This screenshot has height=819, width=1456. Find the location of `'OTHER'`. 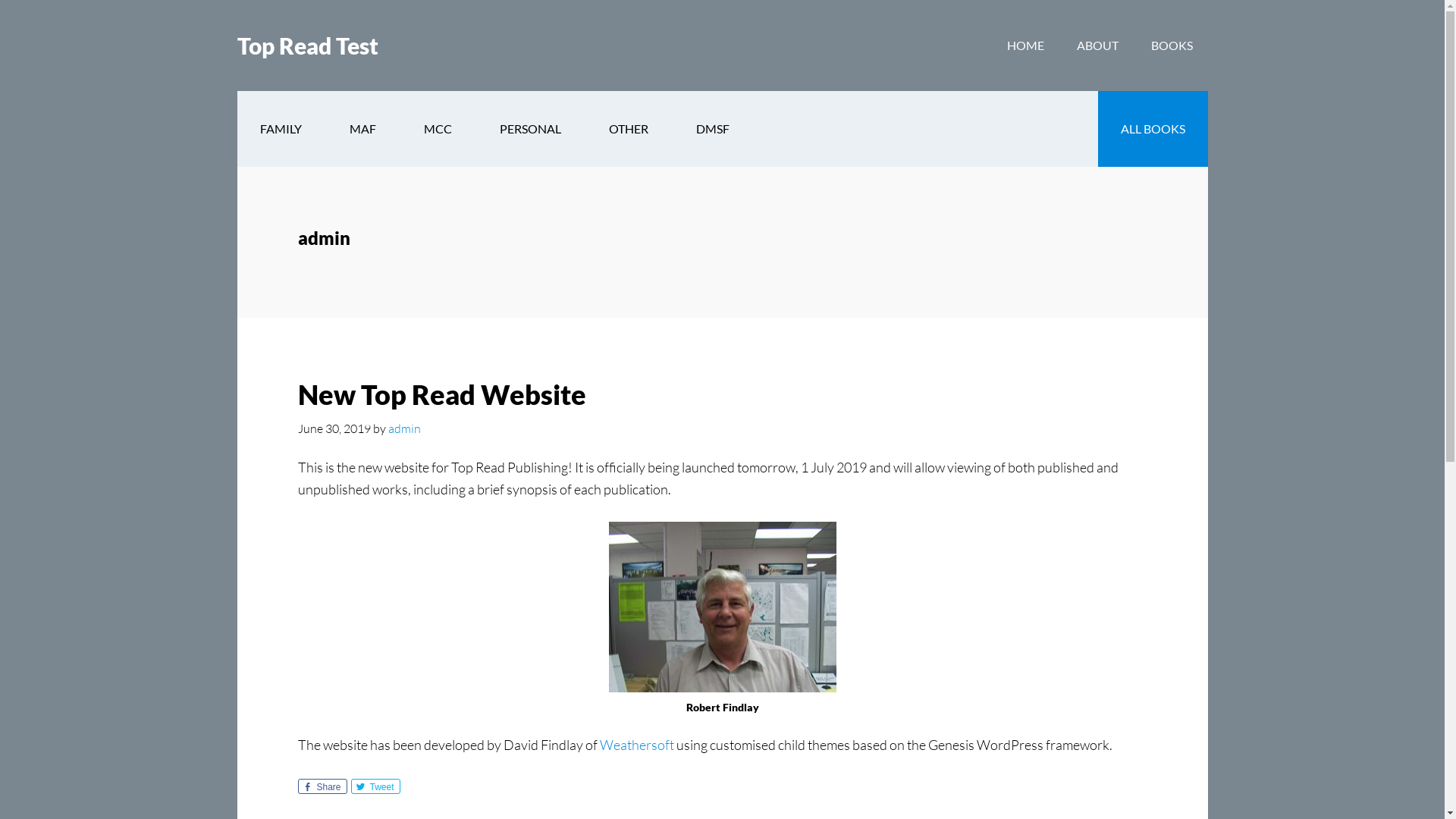

'OTHER' is located at coordinates (628, 127).